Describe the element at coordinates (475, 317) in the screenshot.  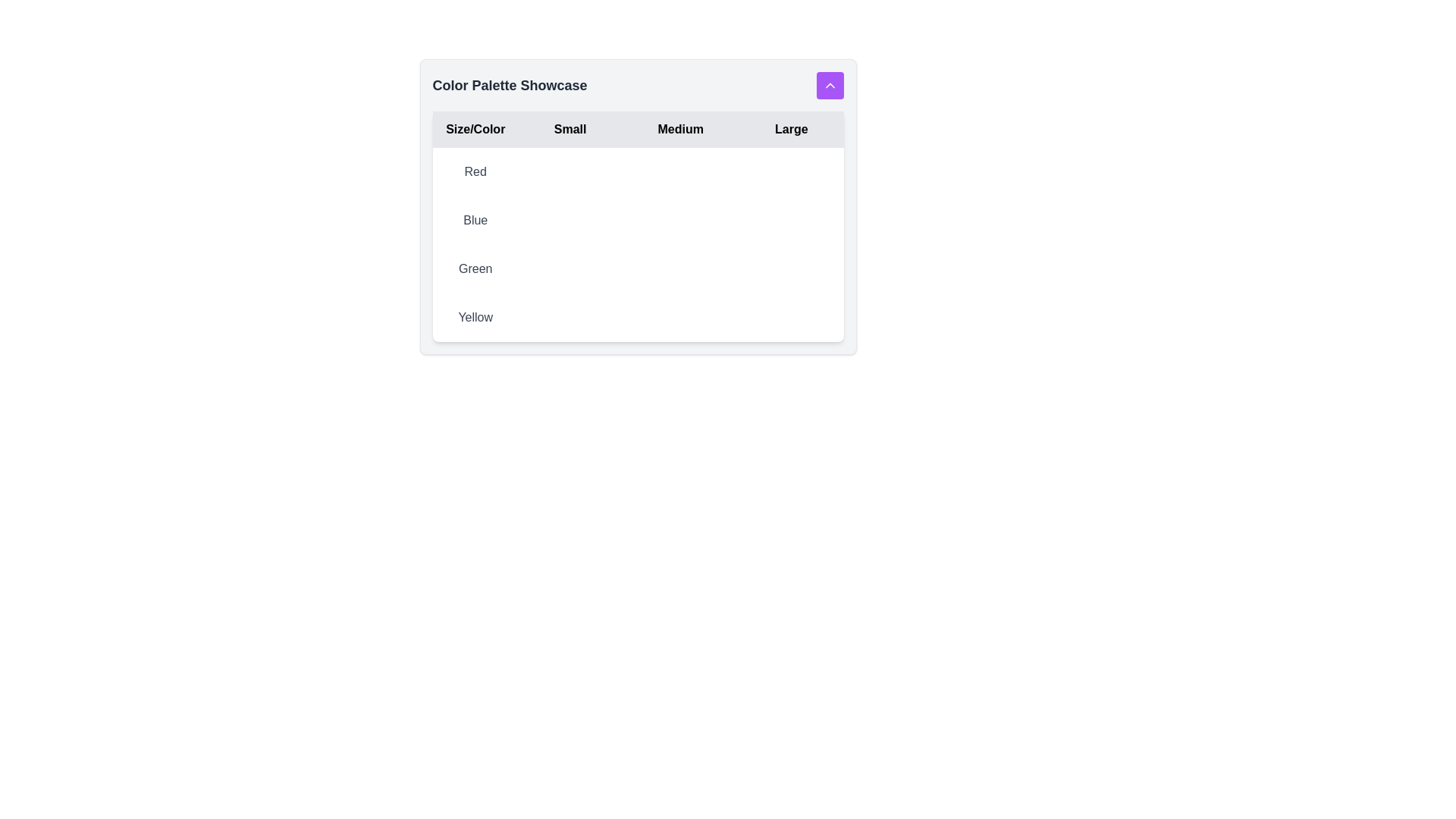
I see `label indicating the color 'Yellow' located in the bottommost row of the table under the 'Size/Color' column` at that location.